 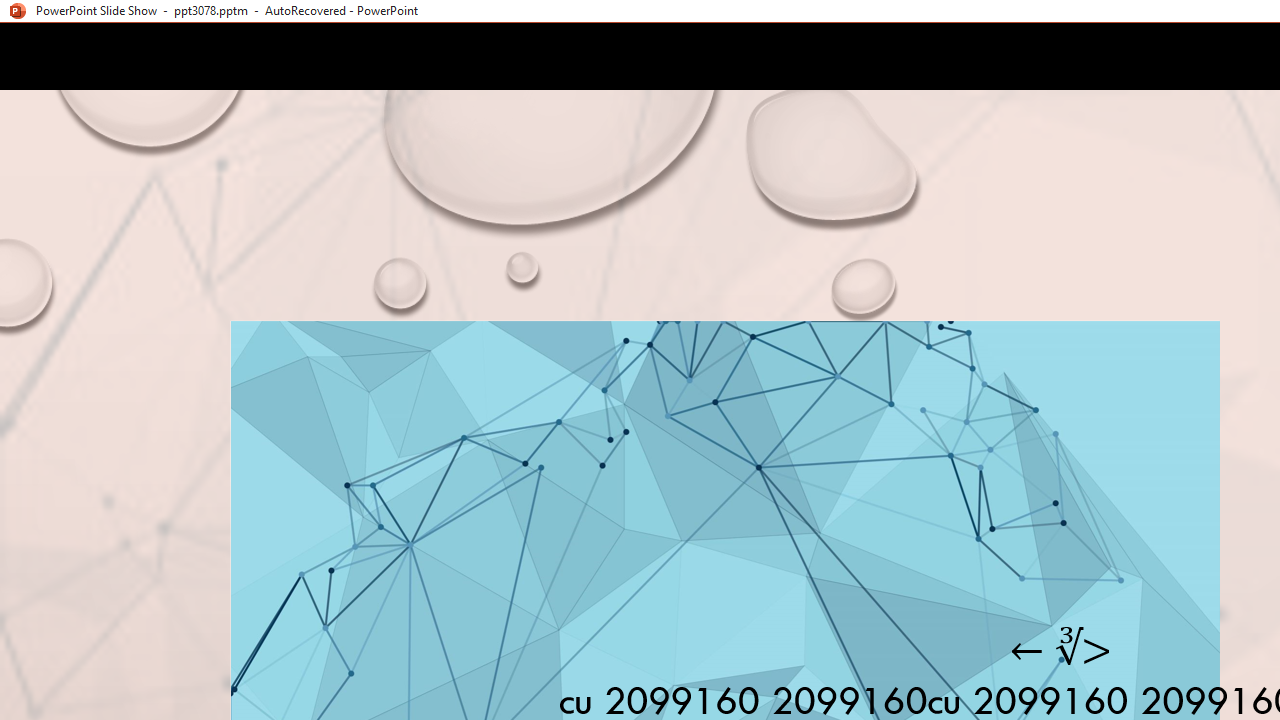 I want to click on 'System', so click(x=10, y=11).